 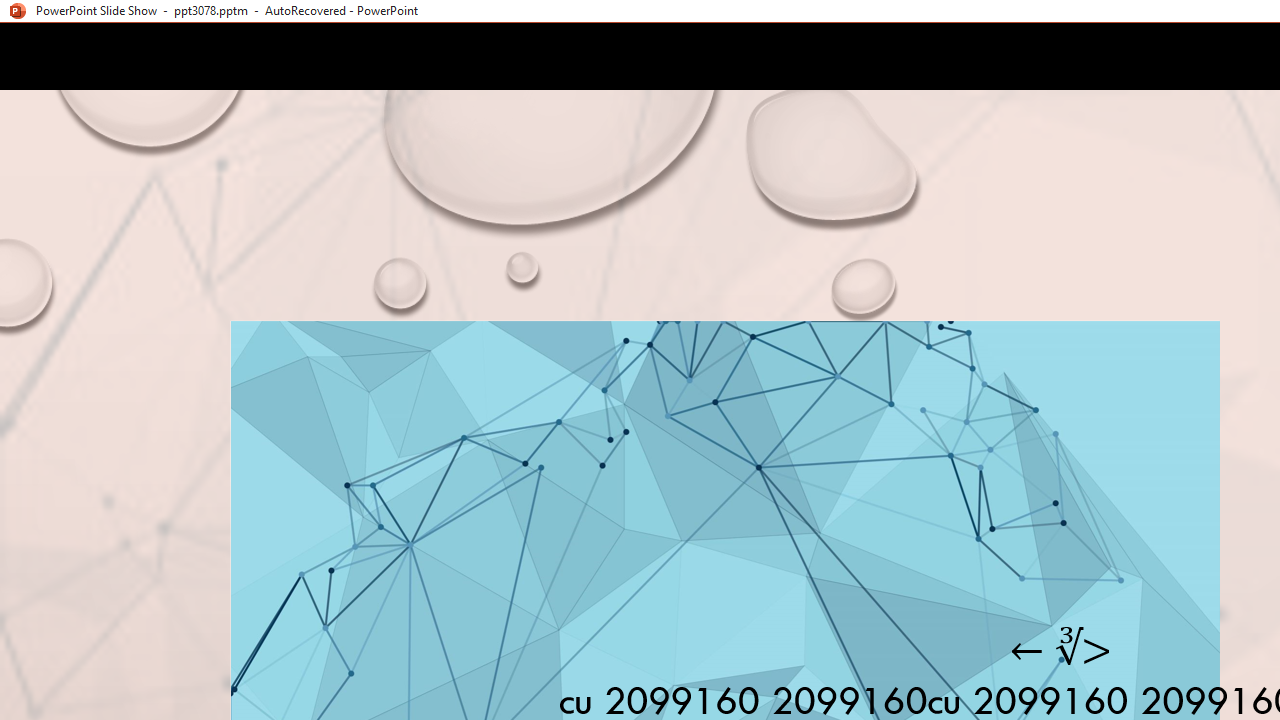 I want to click on 'System', so click(x=10, y=11).